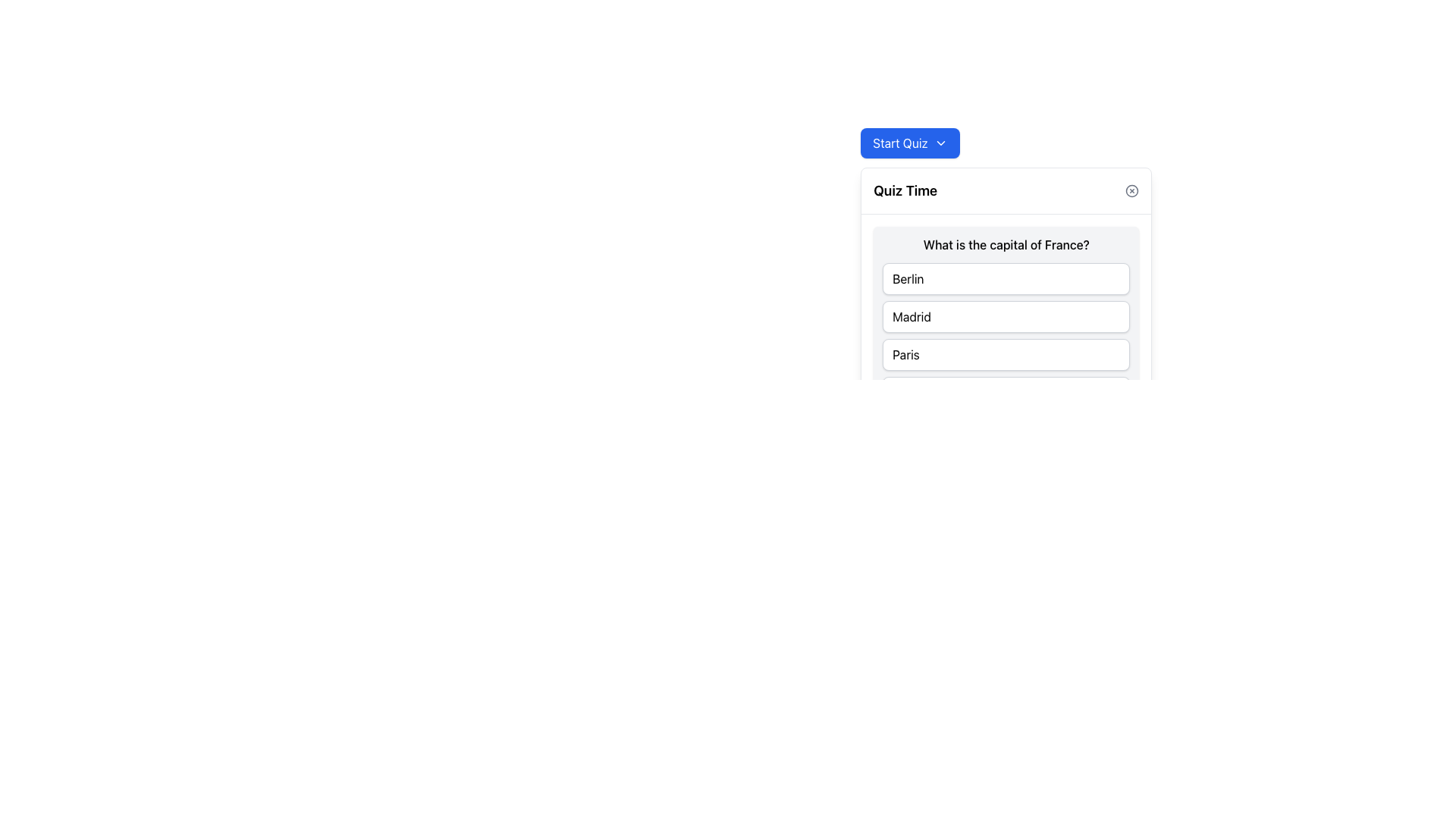 The width and height of the screenshot is (1456, 819). What do you see at coordinates (940, 143) in the screenshot?
I see `the downward-pointing chevron icon located within the 'Start Quiz' button, which has a clean, minimalistic design and is positioned on the right side of the button's text` at bounding box center [940, 143].